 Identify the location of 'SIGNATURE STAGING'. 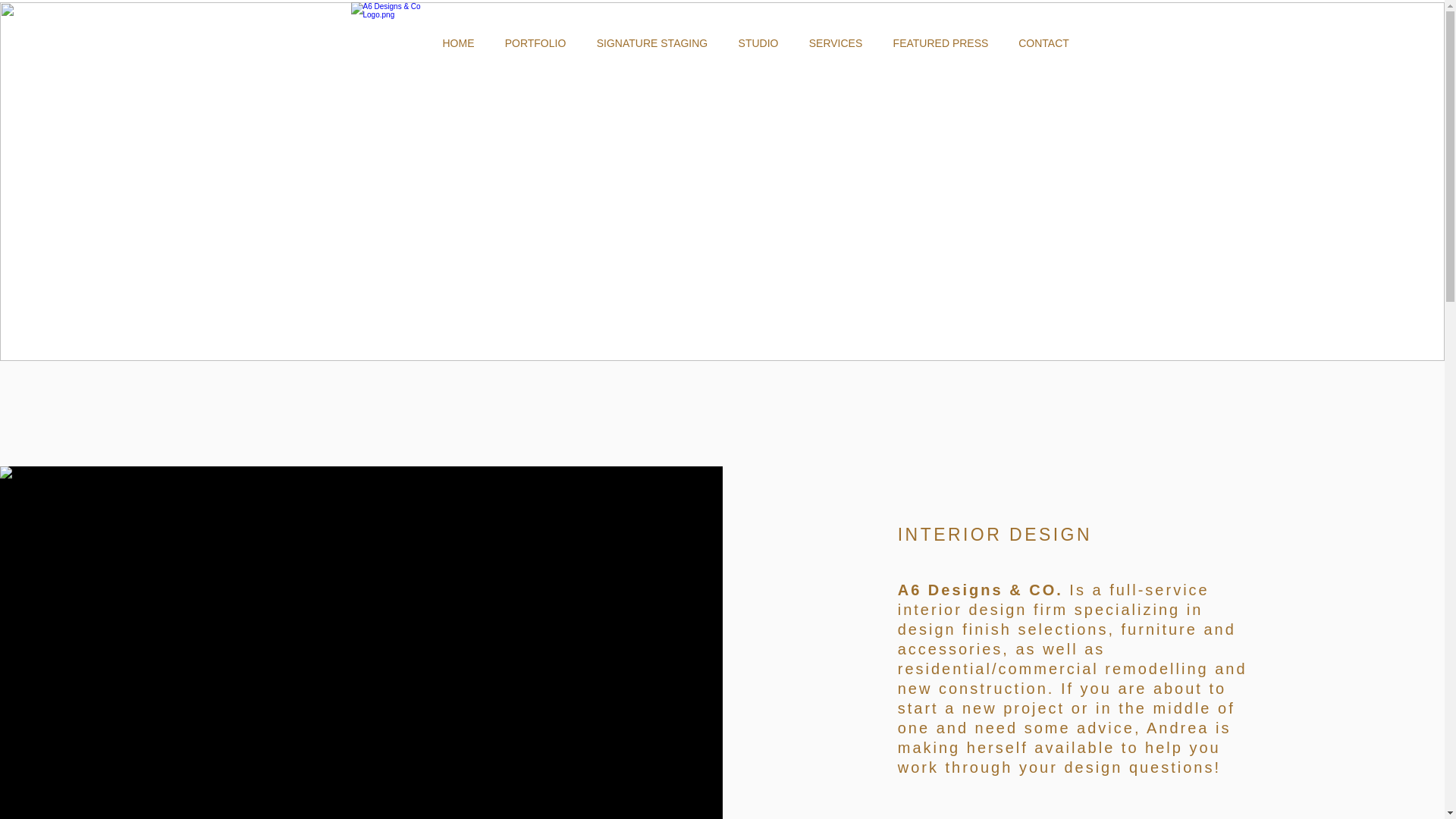
(651, 42).